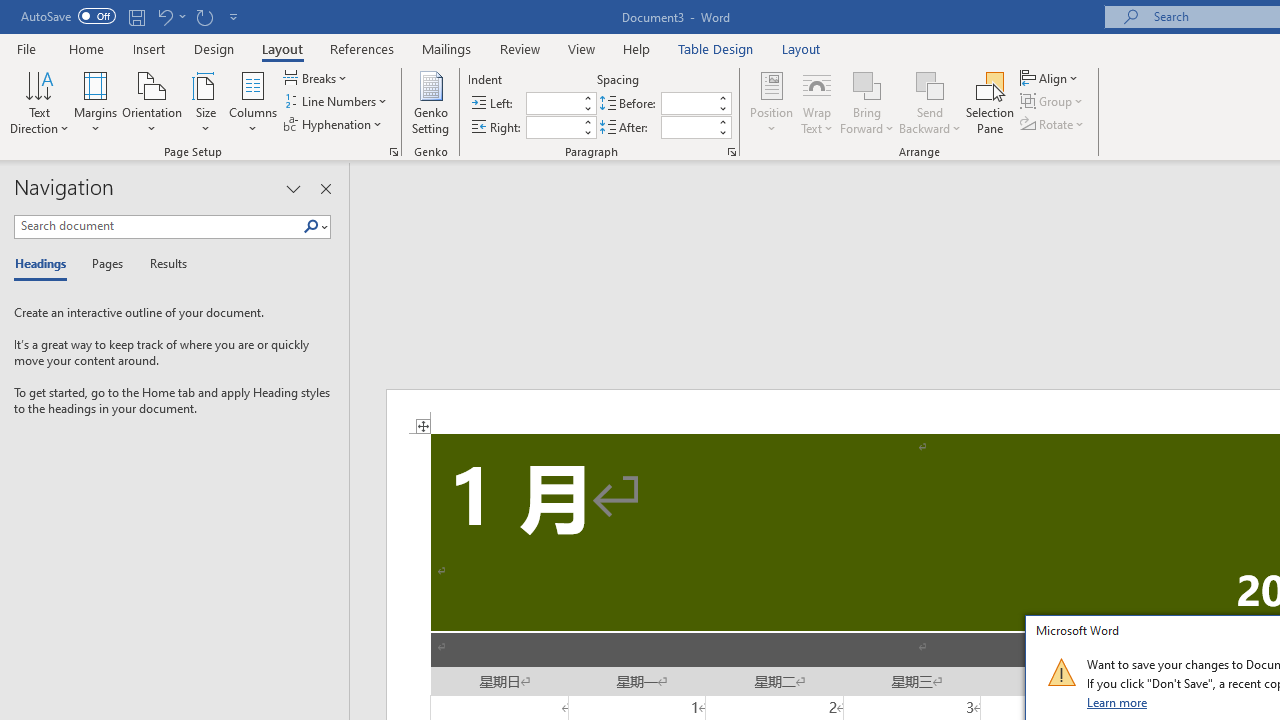 The height and width of the screenshot is (720, 1280). Describe the element at coordinates (316, 77) in the screenshot. I see `'Breaks'` at that location.